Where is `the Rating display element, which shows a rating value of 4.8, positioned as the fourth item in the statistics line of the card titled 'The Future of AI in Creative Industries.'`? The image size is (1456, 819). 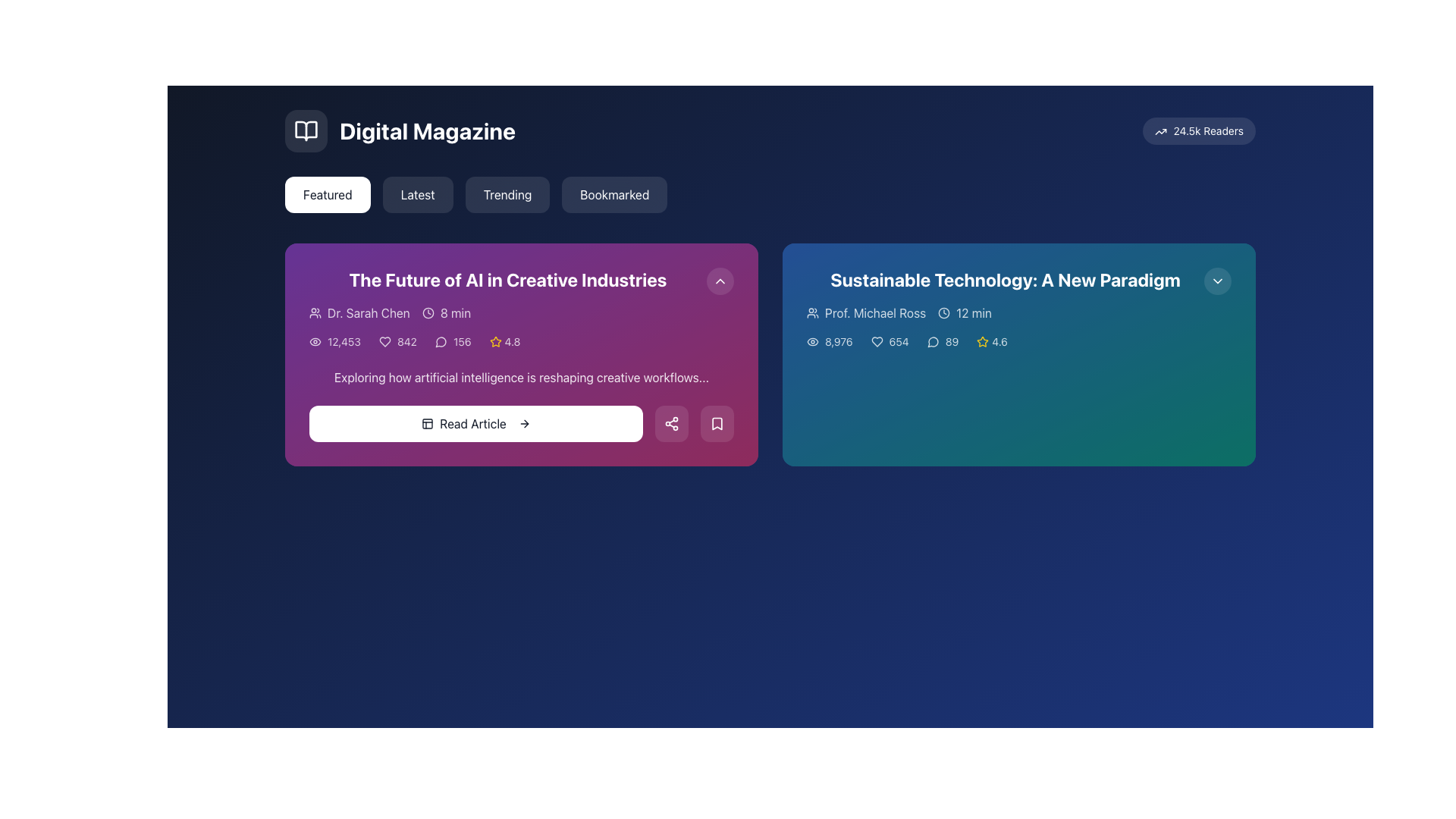
the Rating display element, which shows a rating value of 4.8, positioned as the fourth item in the statistics line of the card titled 'The Future of AI in Creative Industries.' is located at coordinates (521, 342).